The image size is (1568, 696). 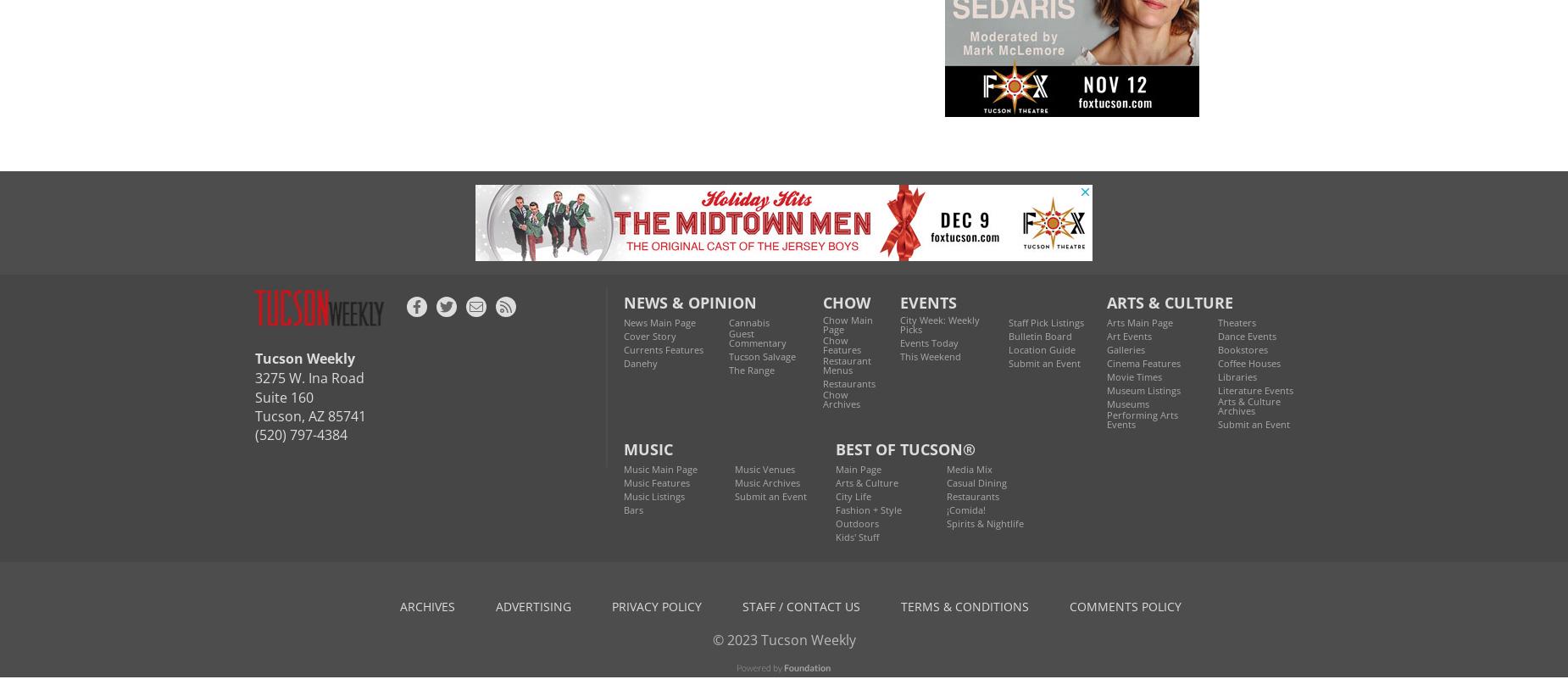 What do you see at coordinates (309, 414) in the screenshot?
I see `'Tucson, AZ 85741'` at bounding box center [309, 414].